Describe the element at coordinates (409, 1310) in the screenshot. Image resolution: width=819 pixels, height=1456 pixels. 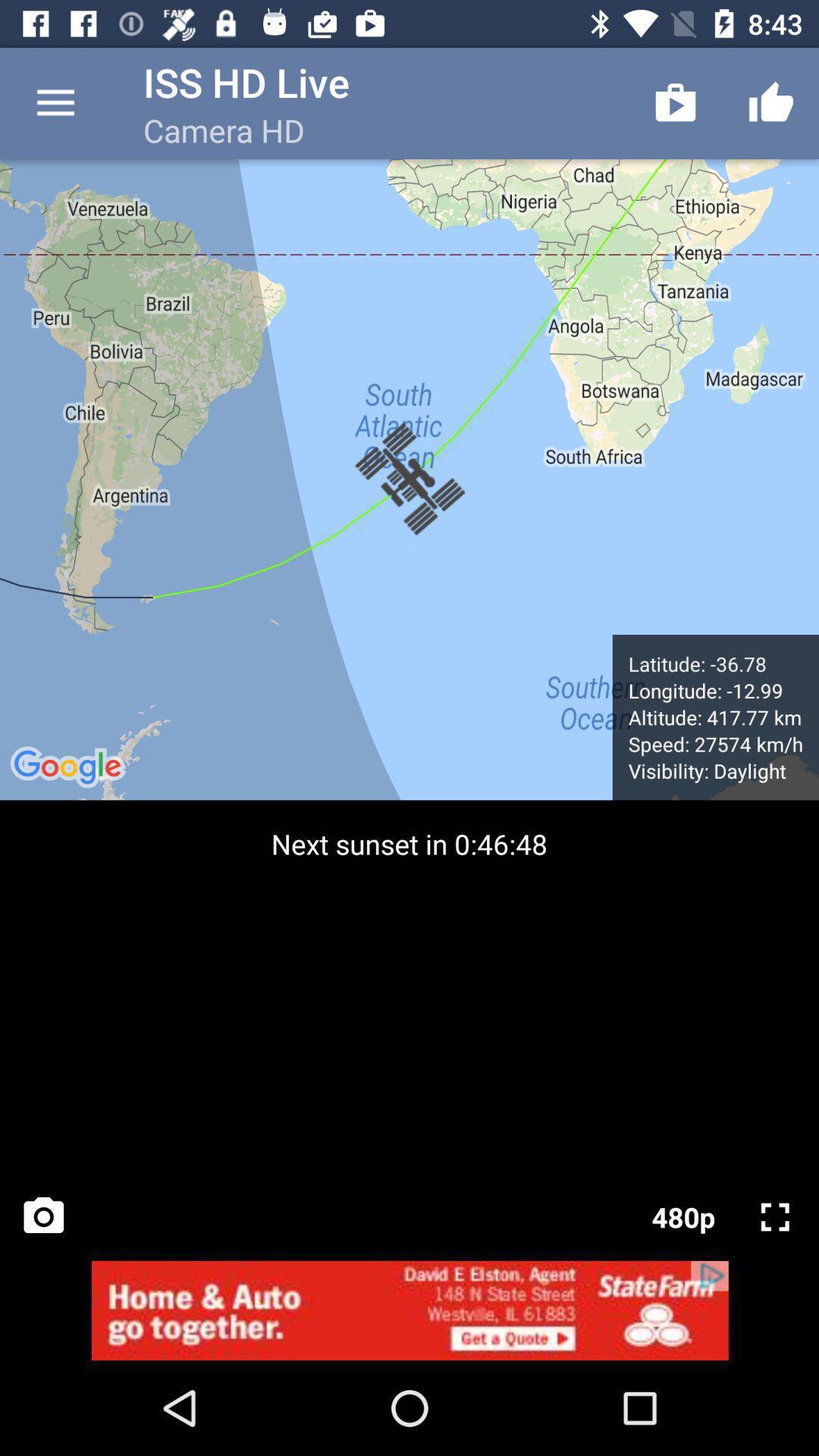
I see `the add` at that location.